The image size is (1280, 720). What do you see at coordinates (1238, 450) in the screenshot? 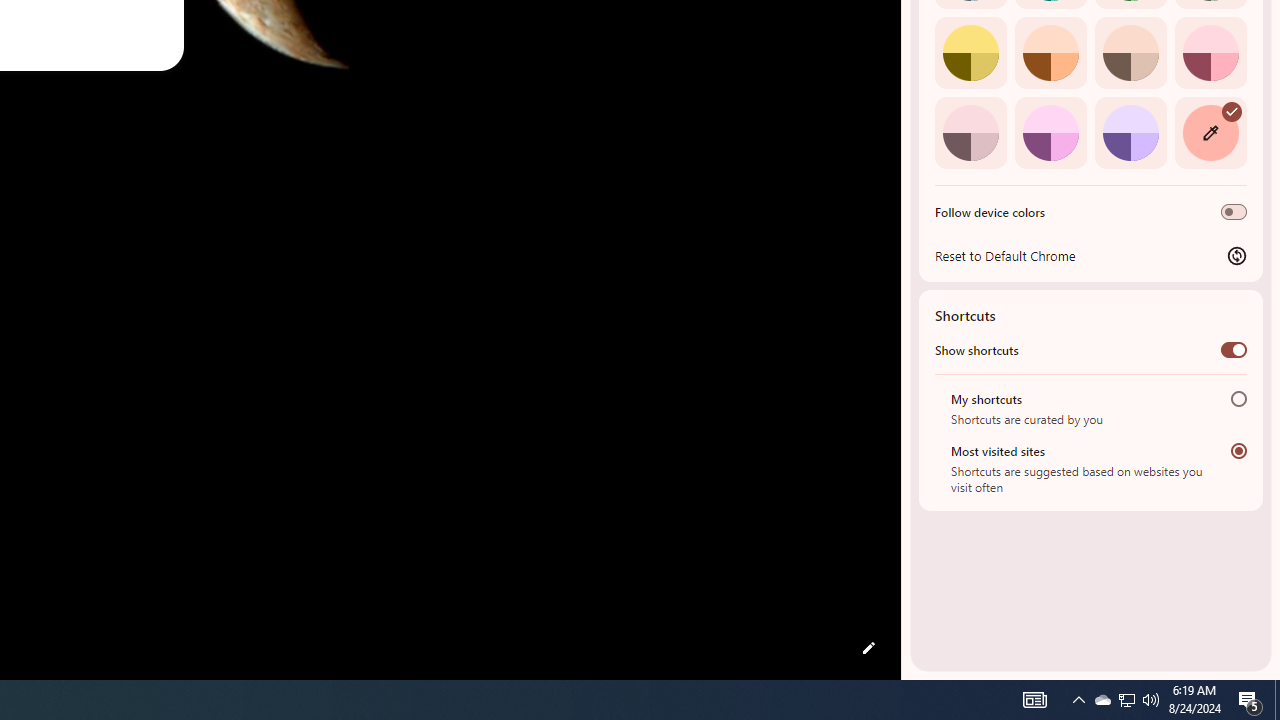
I see `'Most visited sites'` at bounding box center [1238, 450].